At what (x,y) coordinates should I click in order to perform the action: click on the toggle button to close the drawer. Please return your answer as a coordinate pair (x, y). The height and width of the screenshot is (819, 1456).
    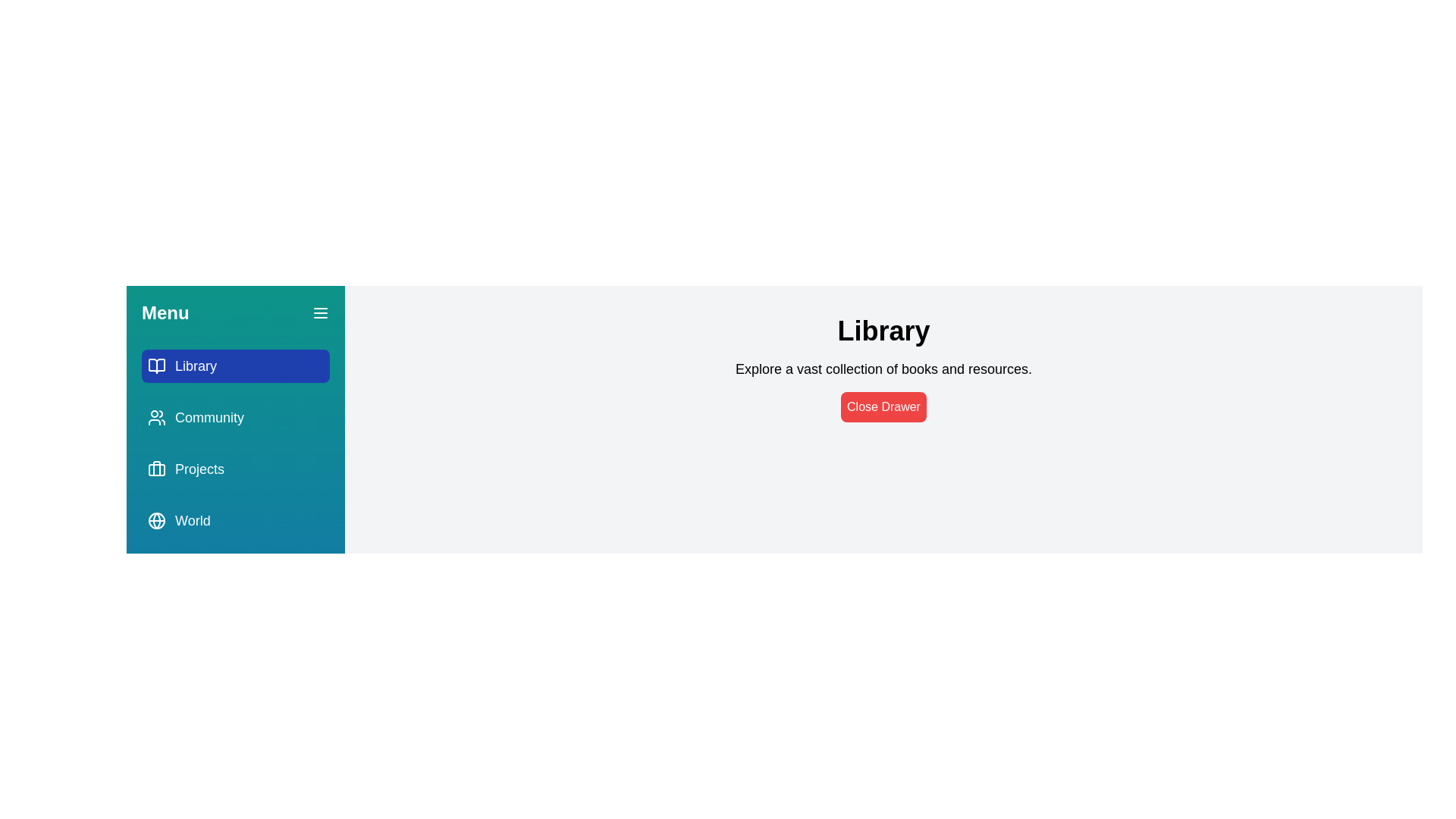
    Looking at the image, I should click on (319, 312).